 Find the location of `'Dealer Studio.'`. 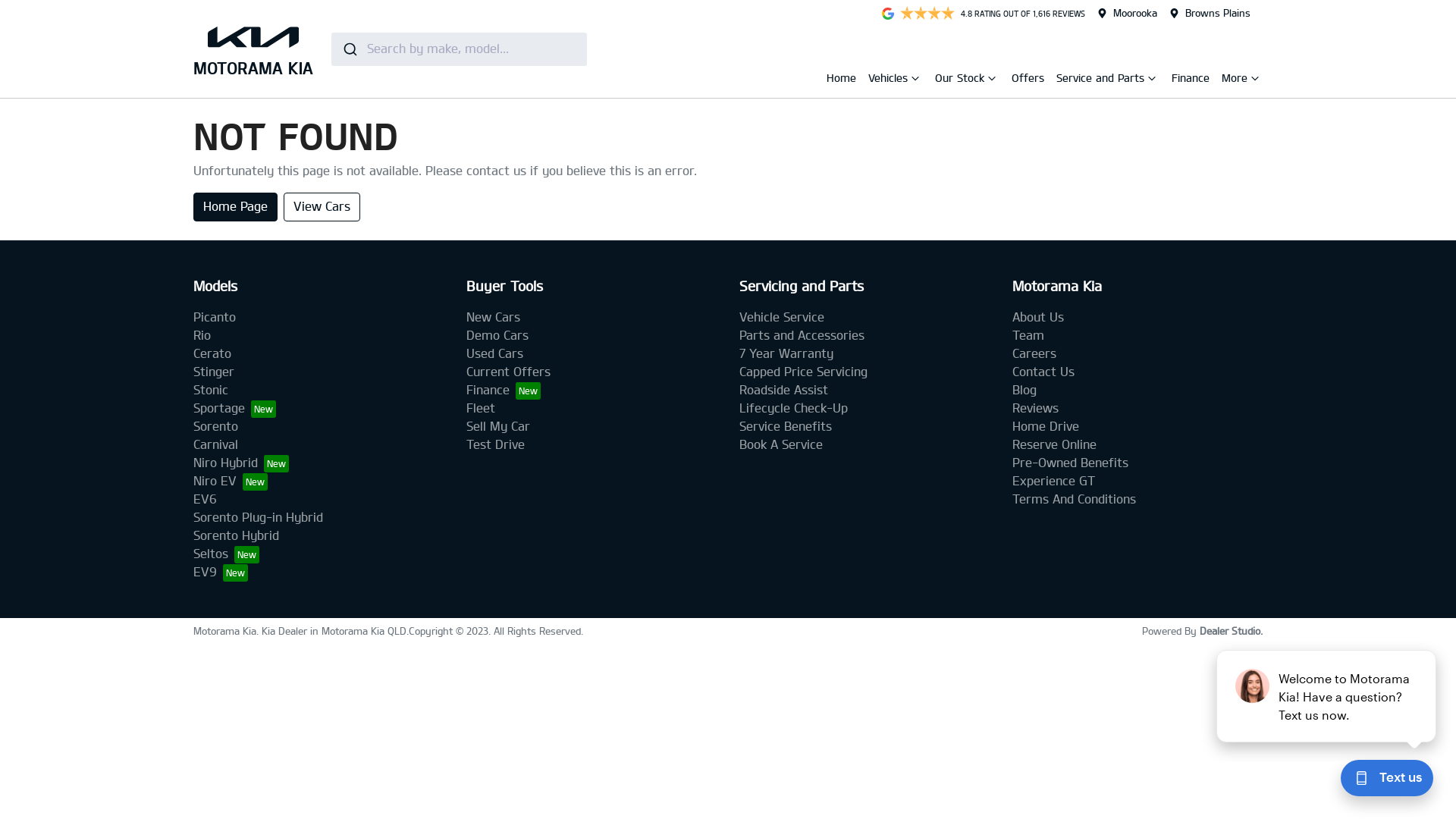

'Dealer Studio.' is located at coordinates (1231, 631).